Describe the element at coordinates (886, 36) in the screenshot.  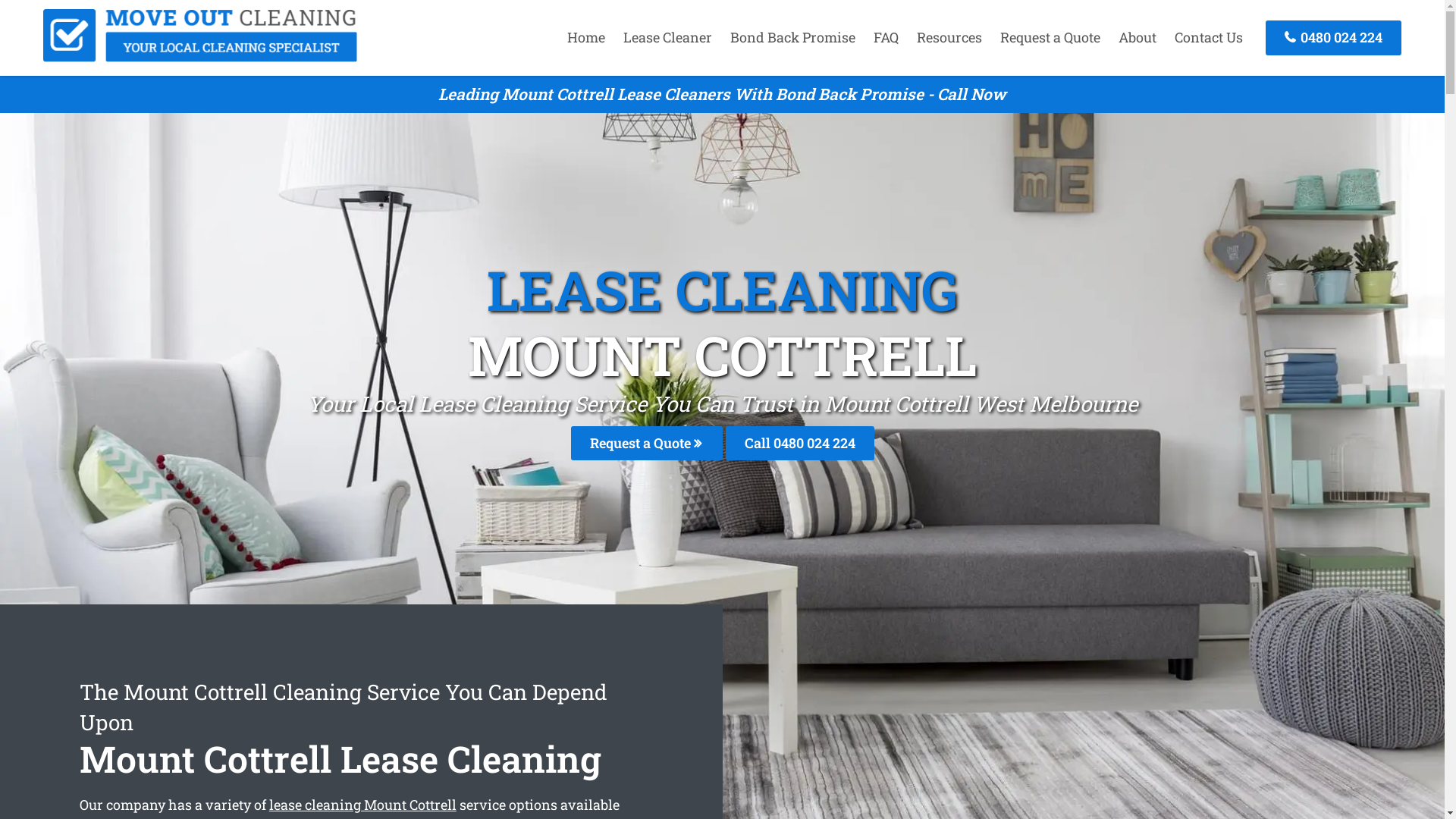
I see `'FAQ'` at that location.